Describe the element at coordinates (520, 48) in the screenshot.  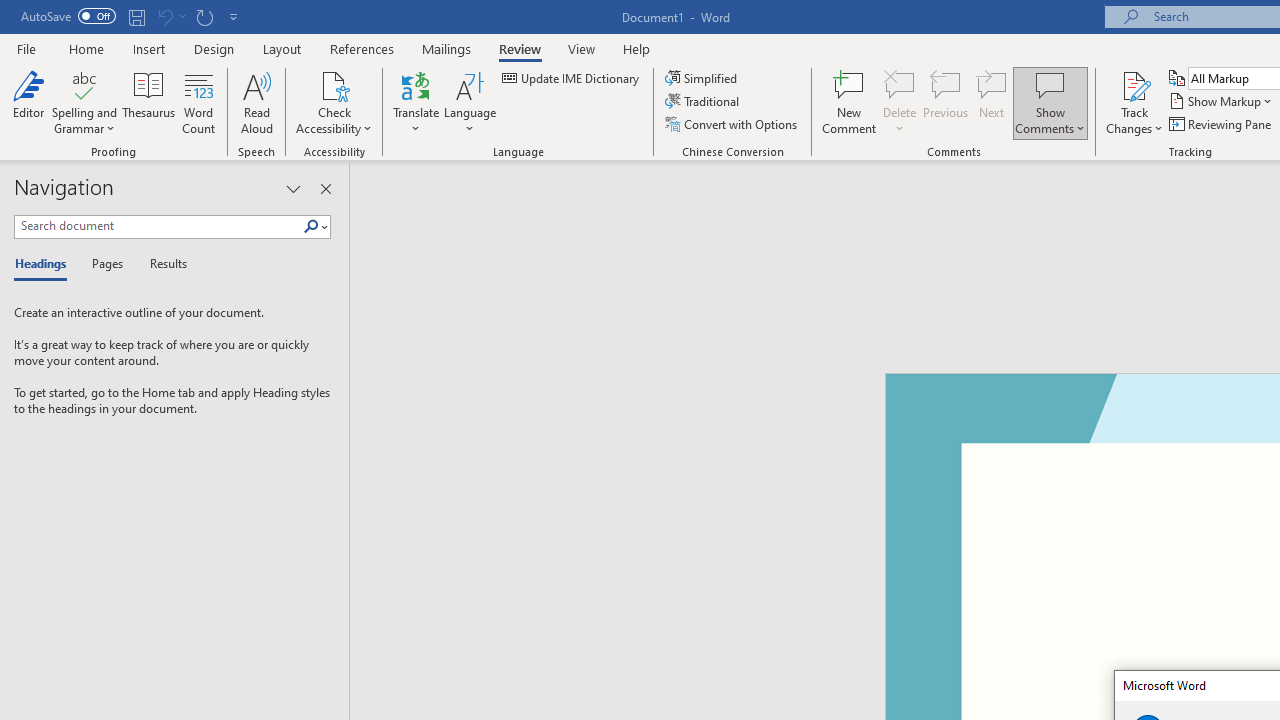
I see `'Review'` at that location.